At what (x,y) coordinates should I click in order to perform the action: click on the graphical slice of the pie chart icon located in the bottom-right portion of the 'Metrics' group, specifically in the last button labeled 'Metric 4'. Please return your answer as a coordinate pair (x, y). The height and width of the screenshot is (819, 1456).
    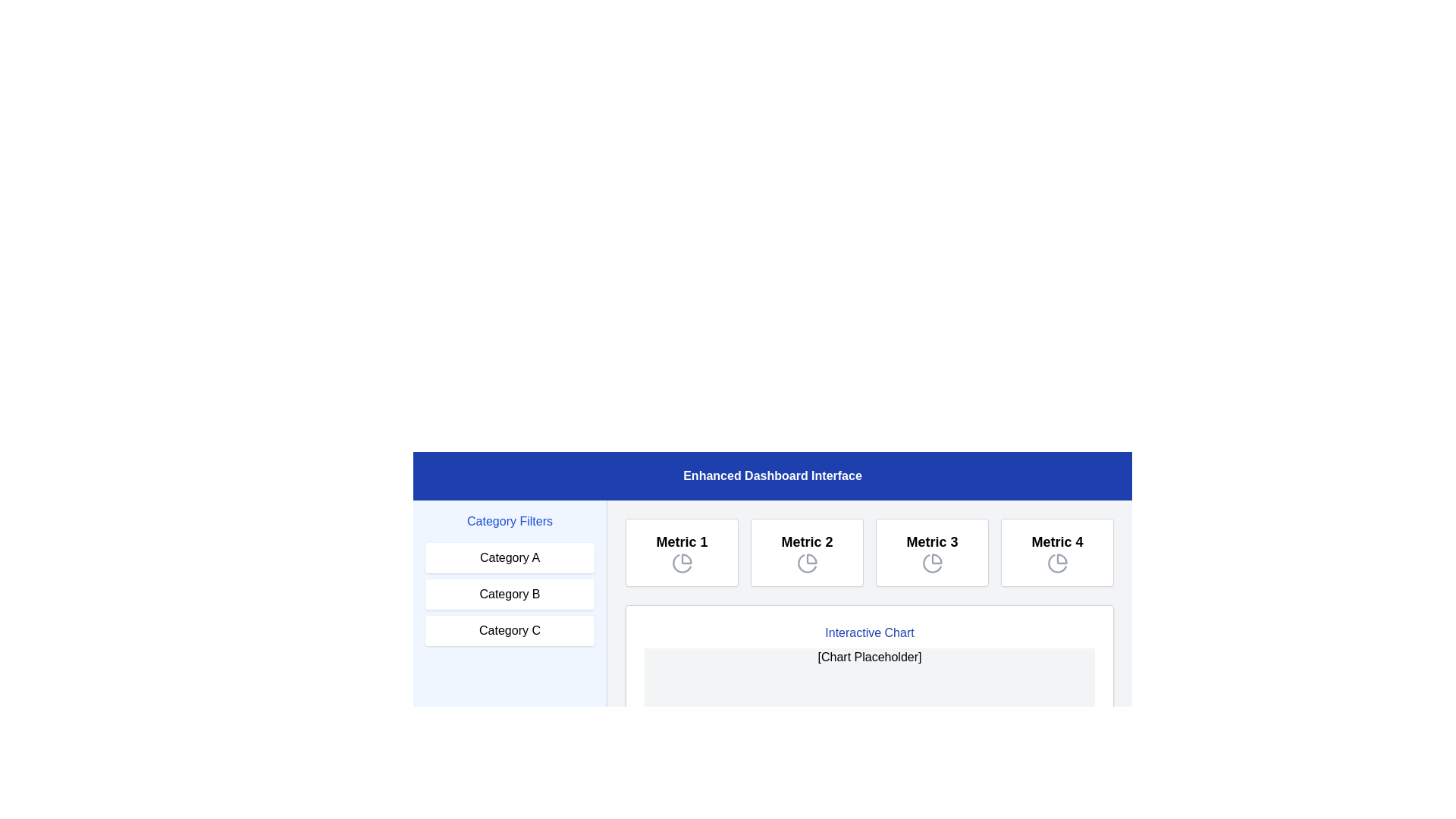
    Looking at the image, I should click on (1061, 559).